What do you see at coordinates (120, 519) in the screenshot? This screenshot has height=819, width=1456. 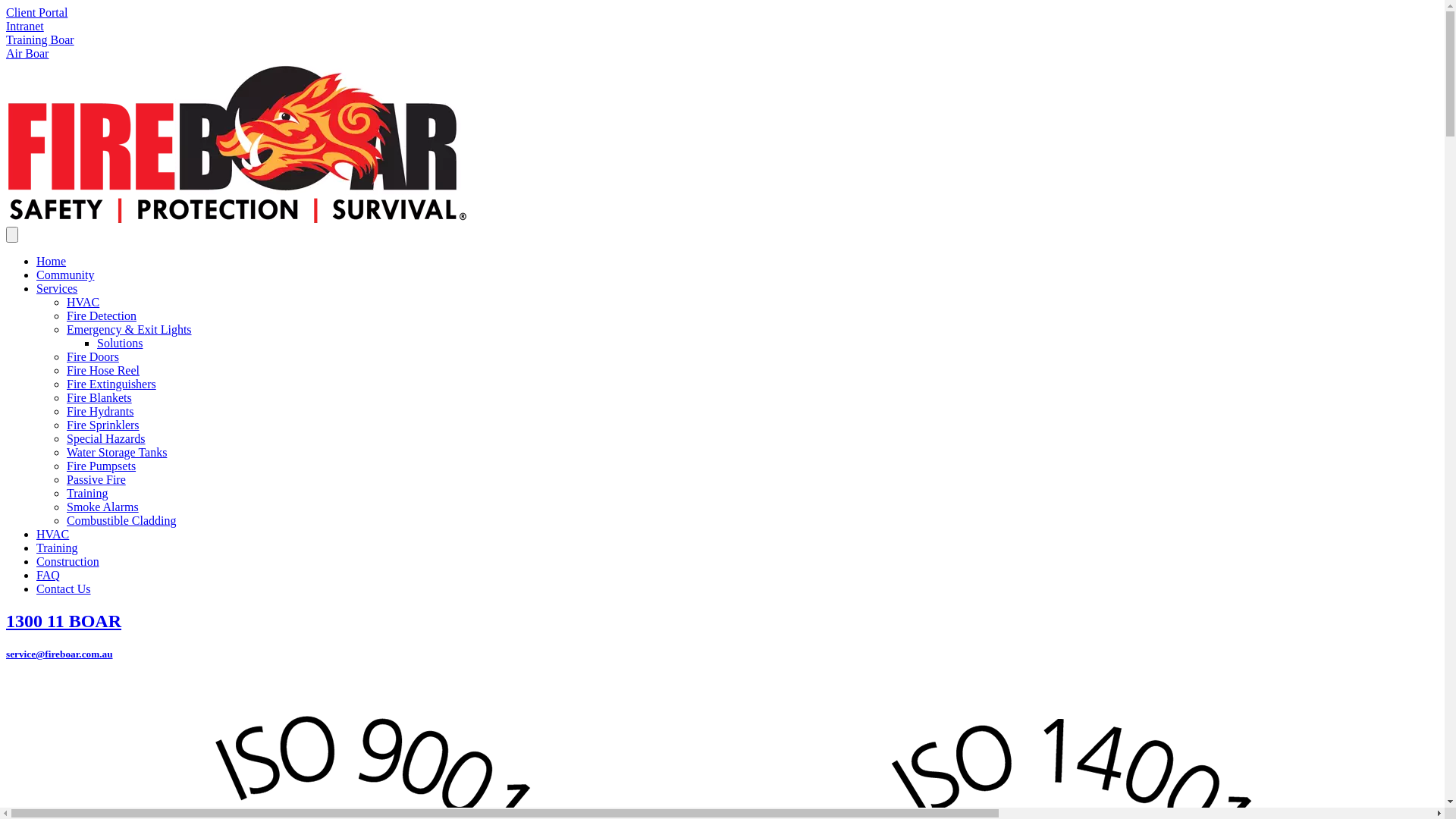 I see `'Combustible Cladding'` at bounding box center [120, 519].